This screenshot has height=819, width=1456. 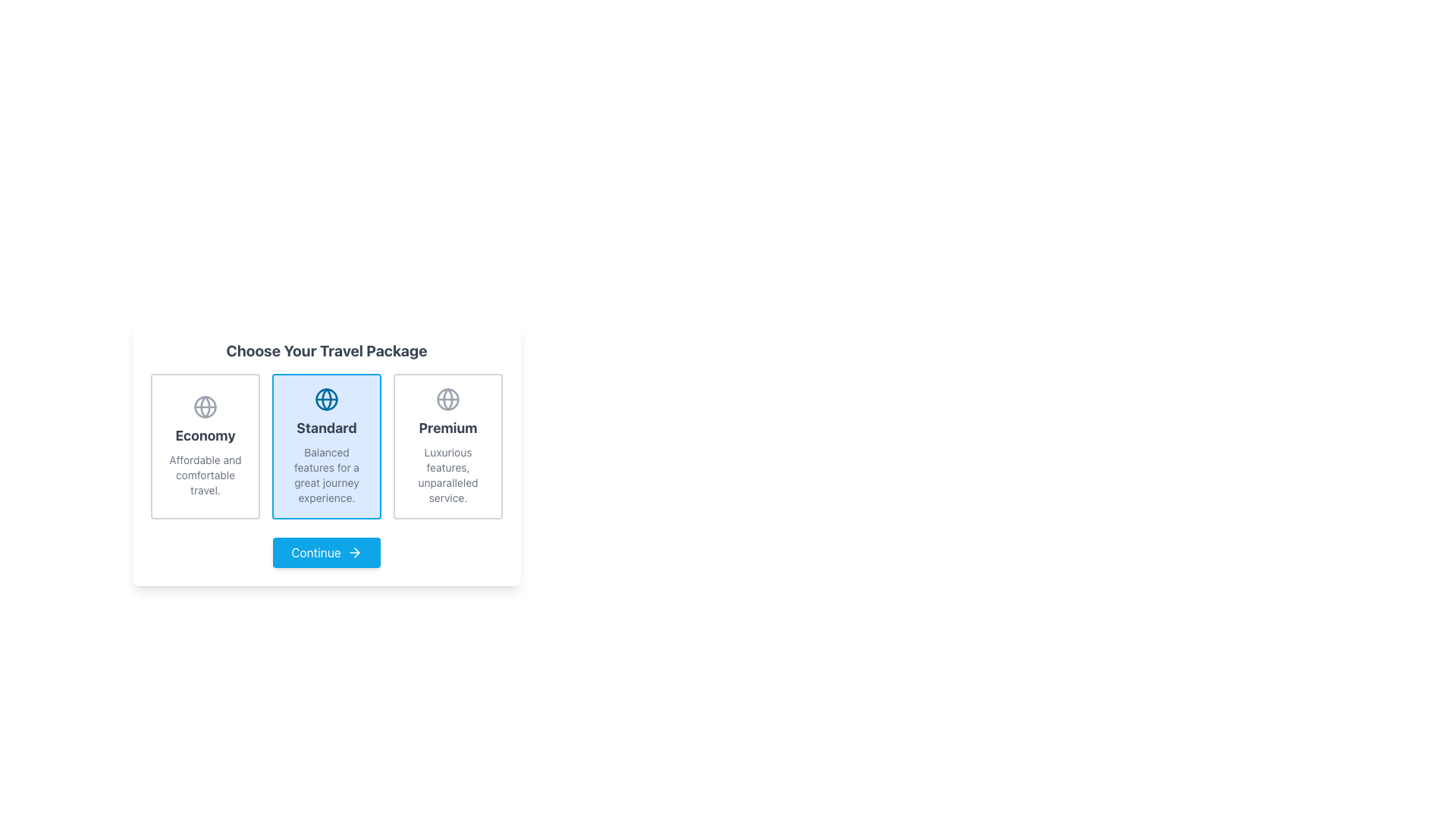 I want to click on the decorative globe icon part of the 'Economy' travel package card, which is the leftmost card in a horizontal layout, so click(x=204, y=406).